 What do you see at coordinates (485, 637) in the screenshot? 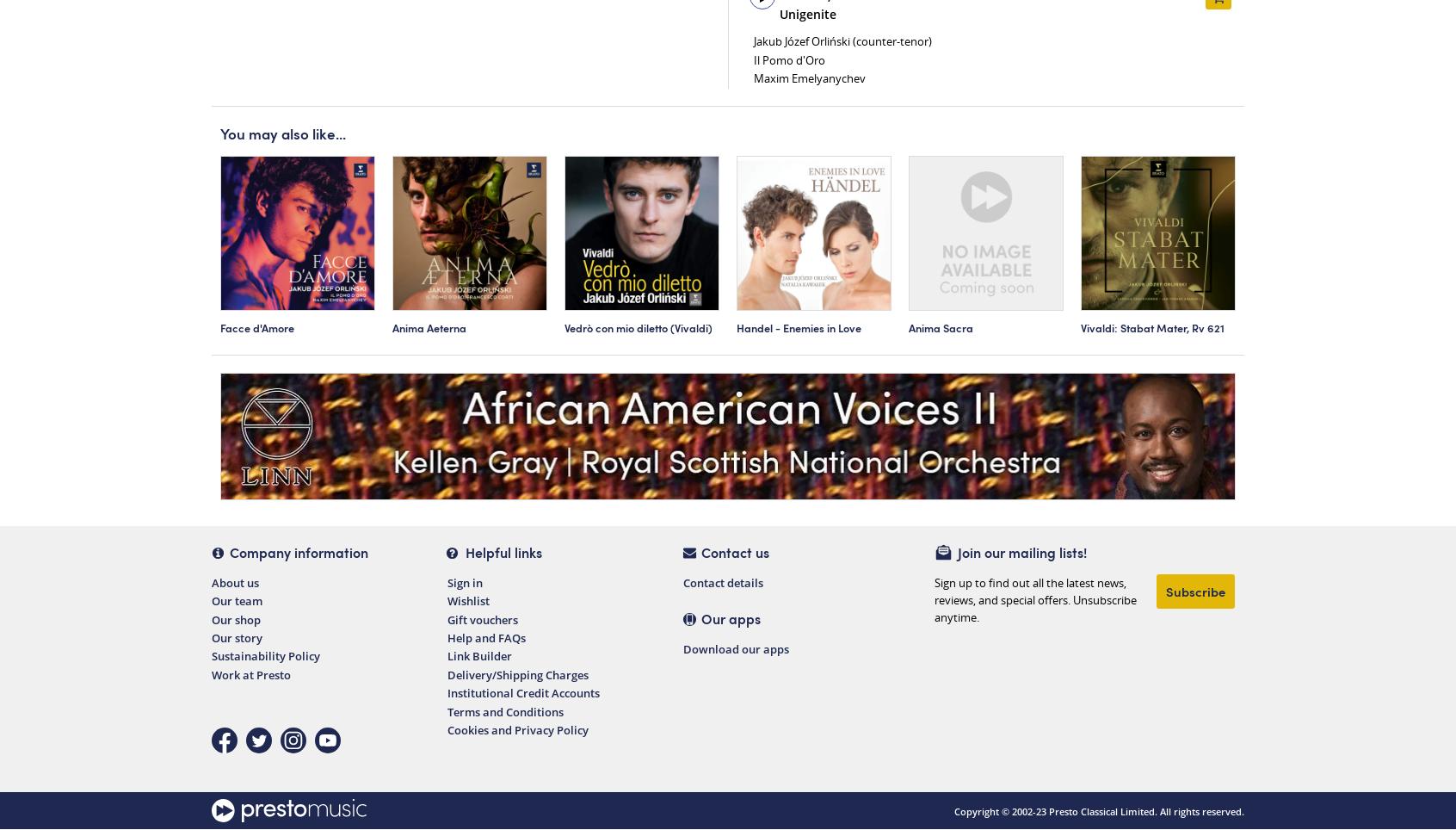
I see `'Help and FAQs'` at bounding box center [485, 637].